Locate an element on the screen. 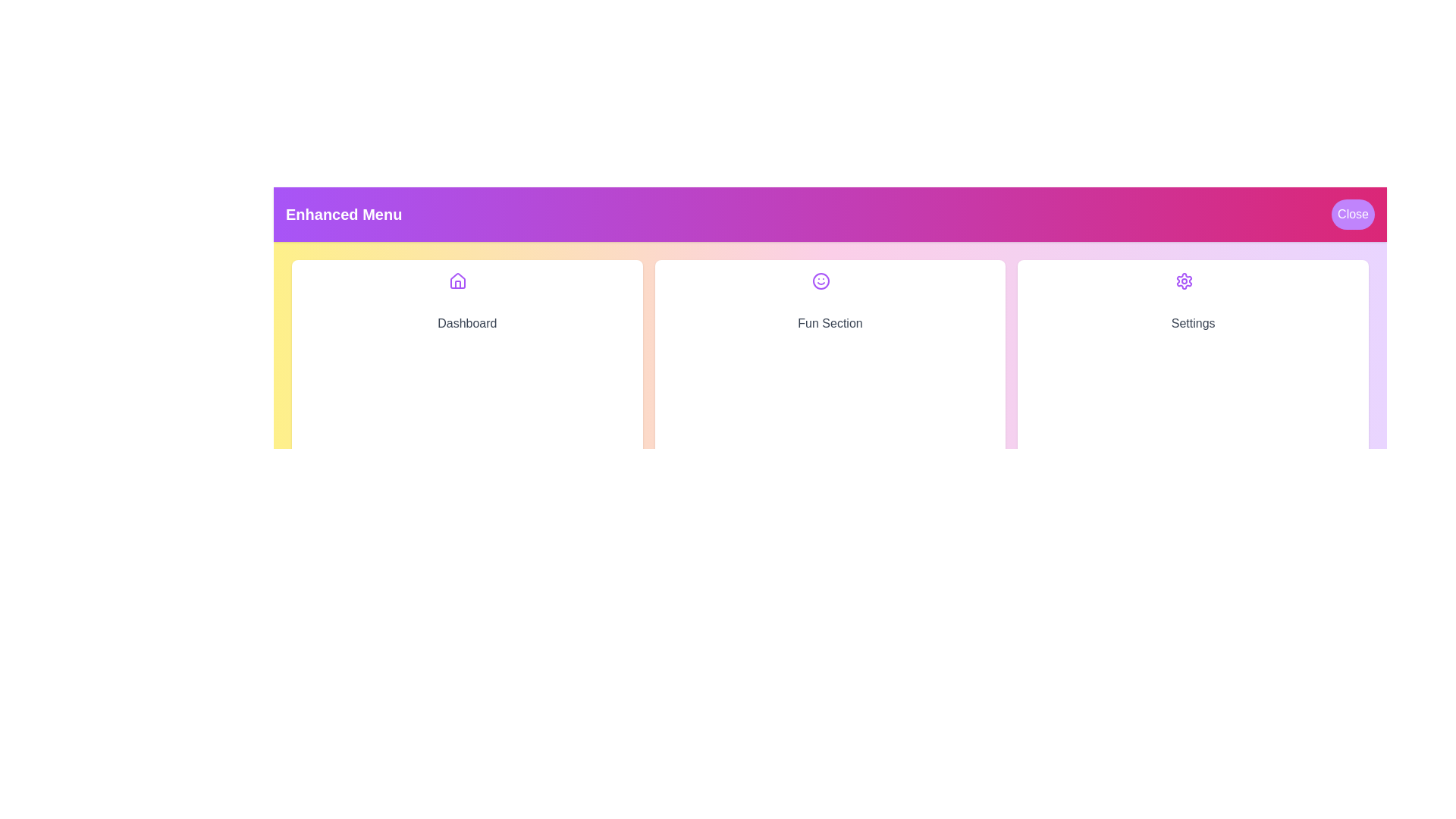 The width and height of the screenshot is (1456, 819). the 'Close' button to toggle the menu's visibility is located at coordinates (1353, 214).